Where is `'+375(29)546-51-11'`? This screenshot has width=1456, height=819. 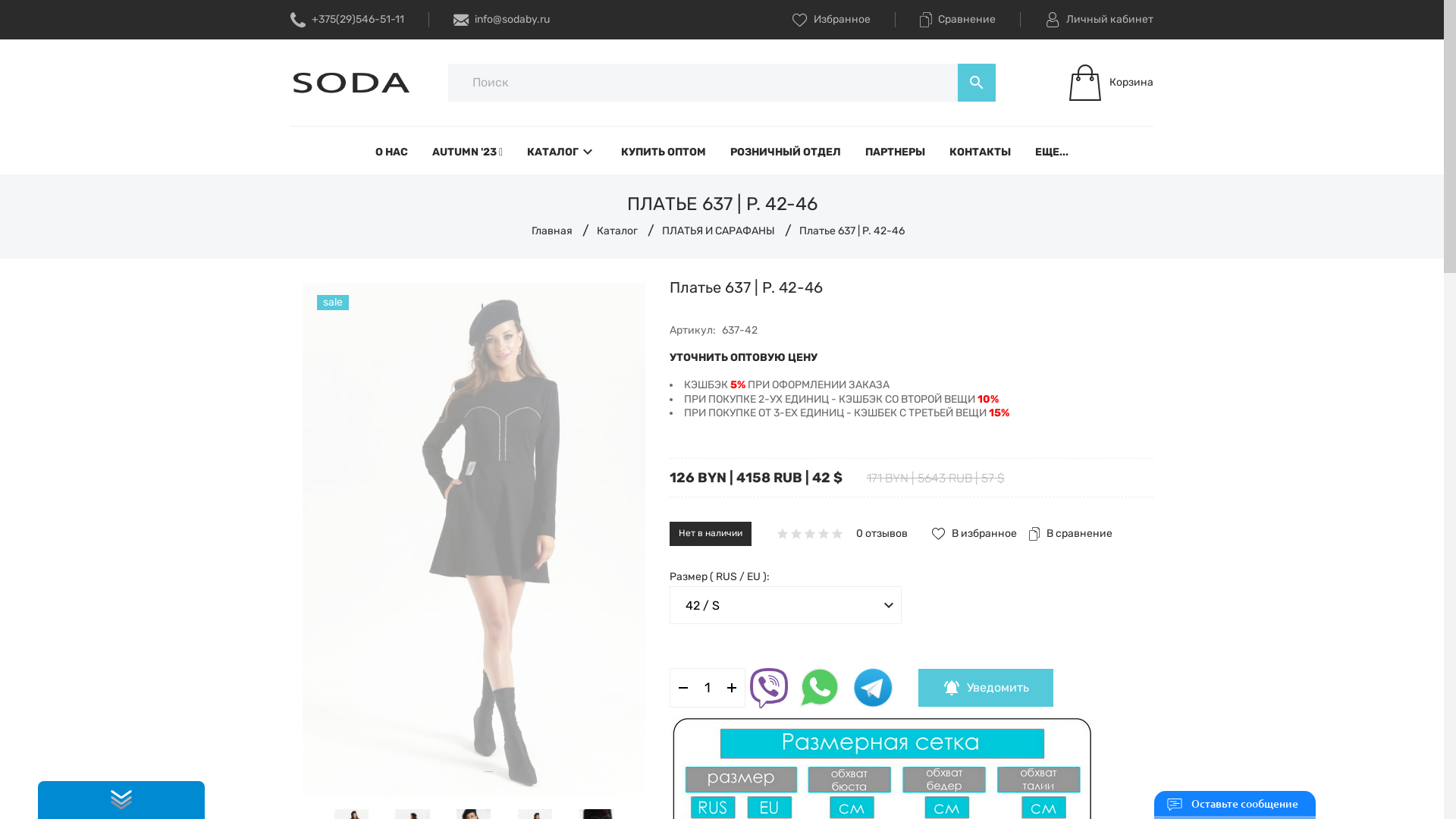
'+375(29)546-51-11' is located at coordinates (290, 20).